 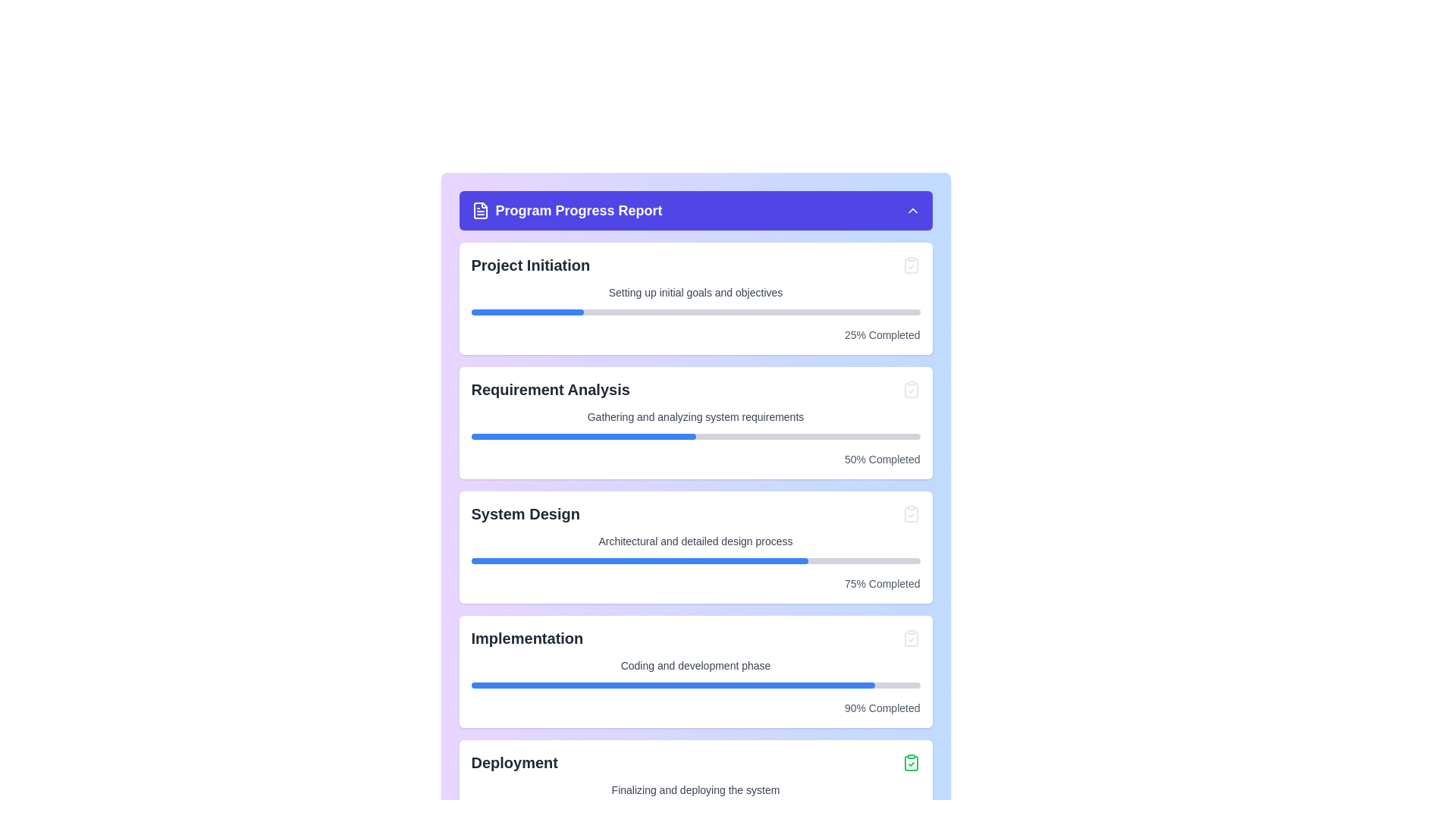 What do you see at coordinates (695, 436) in the screenshot?
I see `the progress bar visually representing the progress of the 'Requirement Analysis' task, which shows that it is 50% completed` at bounding box center [695, 436].